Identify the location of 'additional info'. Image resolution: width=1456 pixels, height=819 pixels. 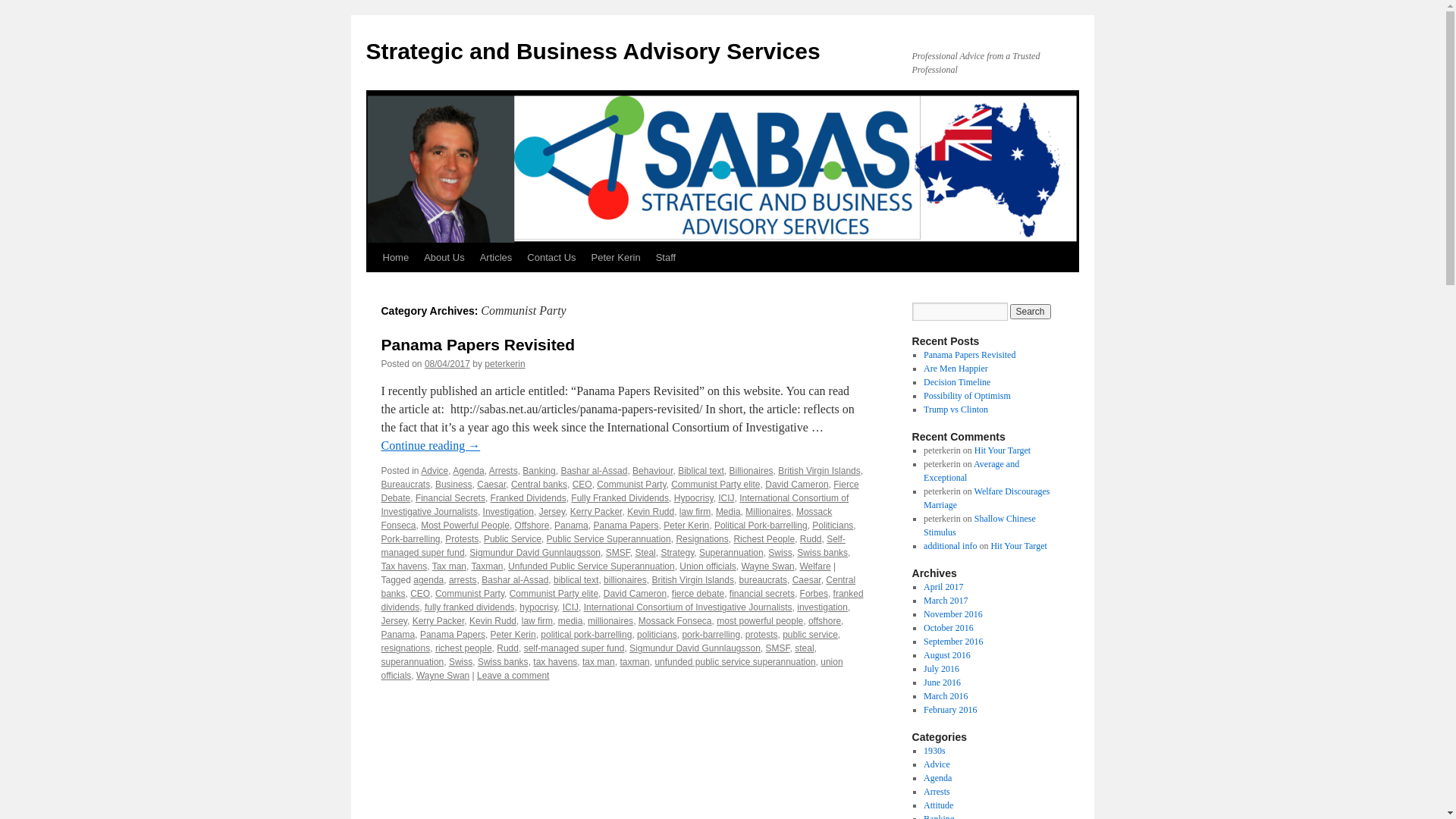
(949, 546).